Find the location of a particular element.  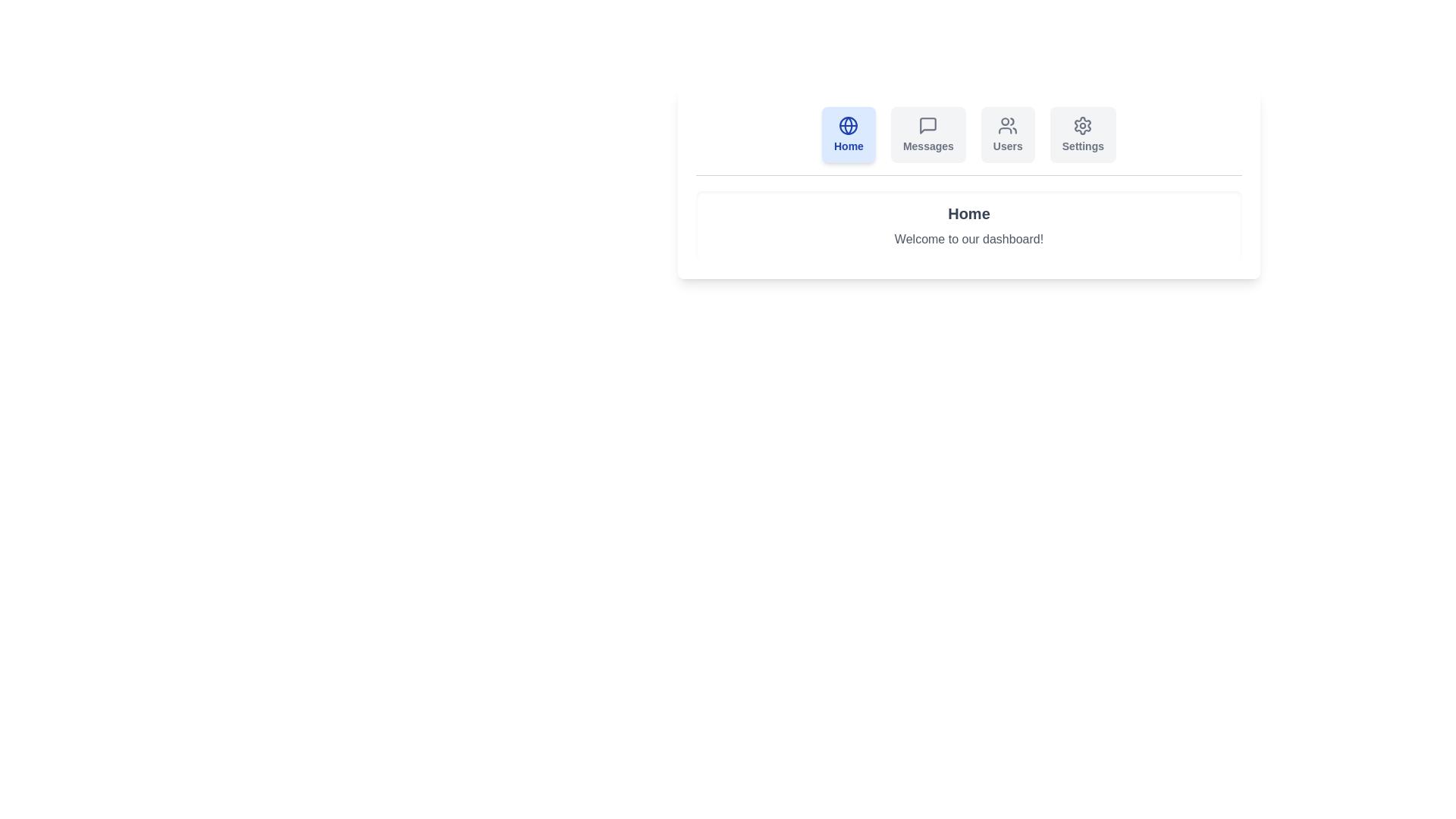

the tab labeled Messages to observe its hover effect is located at coordinates (927, 133).